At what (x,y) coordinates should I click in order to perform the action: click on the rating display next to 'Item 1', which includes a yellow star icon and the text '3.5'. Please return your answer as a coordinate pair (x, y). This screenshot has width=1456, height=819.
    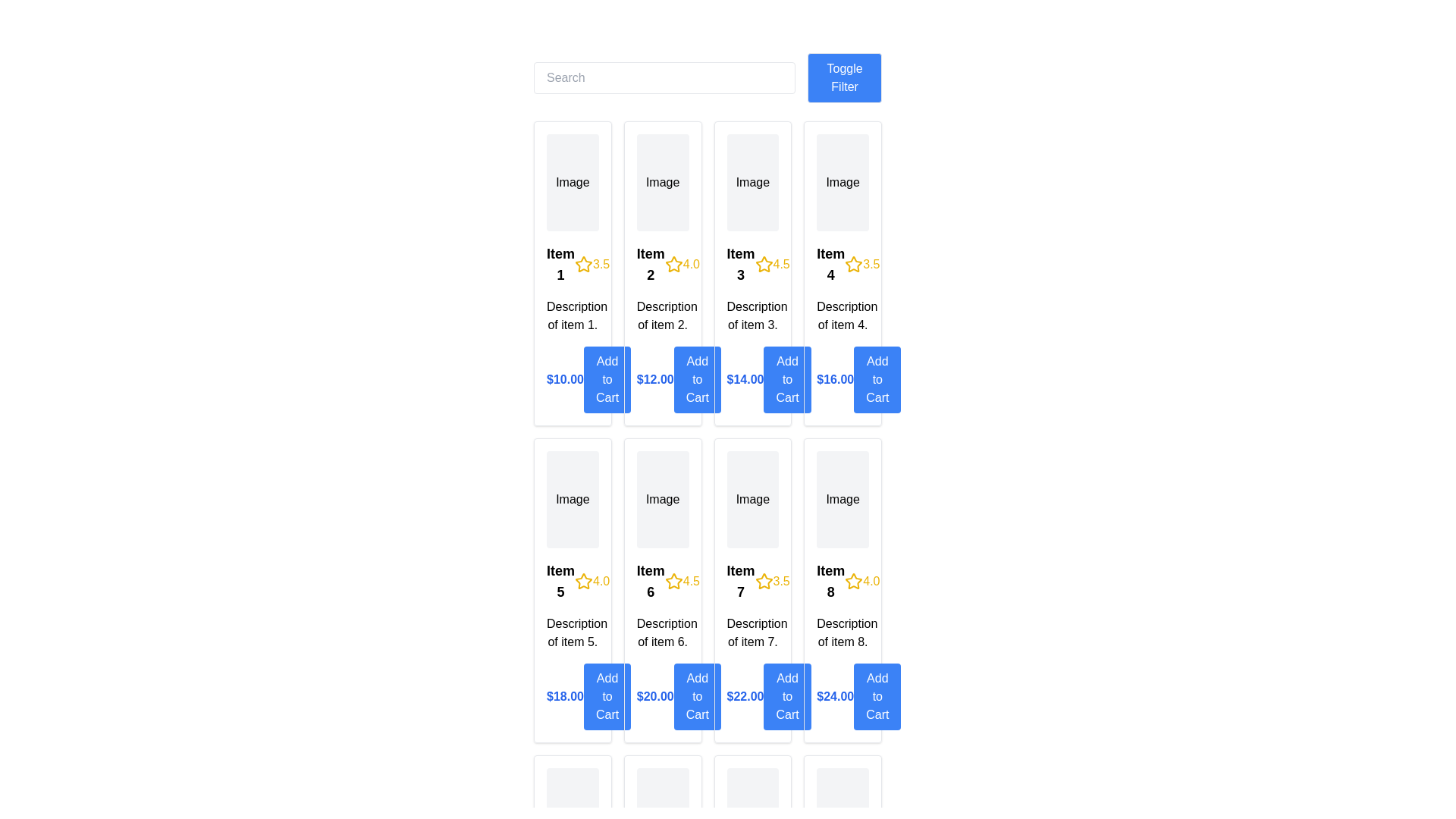
    Looking at the image, I should click on (591, 263).